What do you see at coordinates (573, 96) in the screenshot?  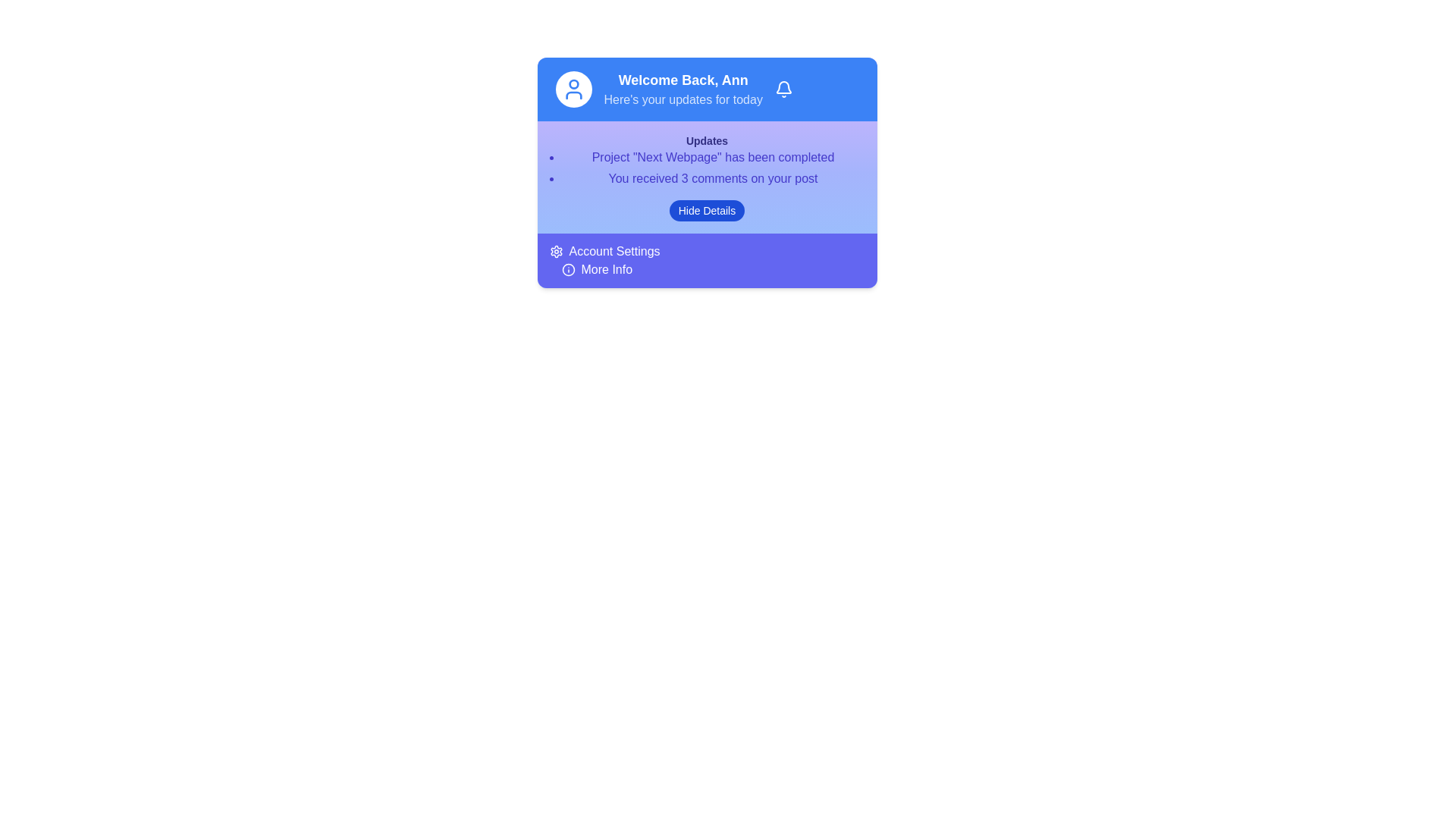 I see `the decorative user profile icon located in the upper-left section of the interface, adjacent to the greeting text 'Welcome Back, Ann'` at bounding box center [573, 96].